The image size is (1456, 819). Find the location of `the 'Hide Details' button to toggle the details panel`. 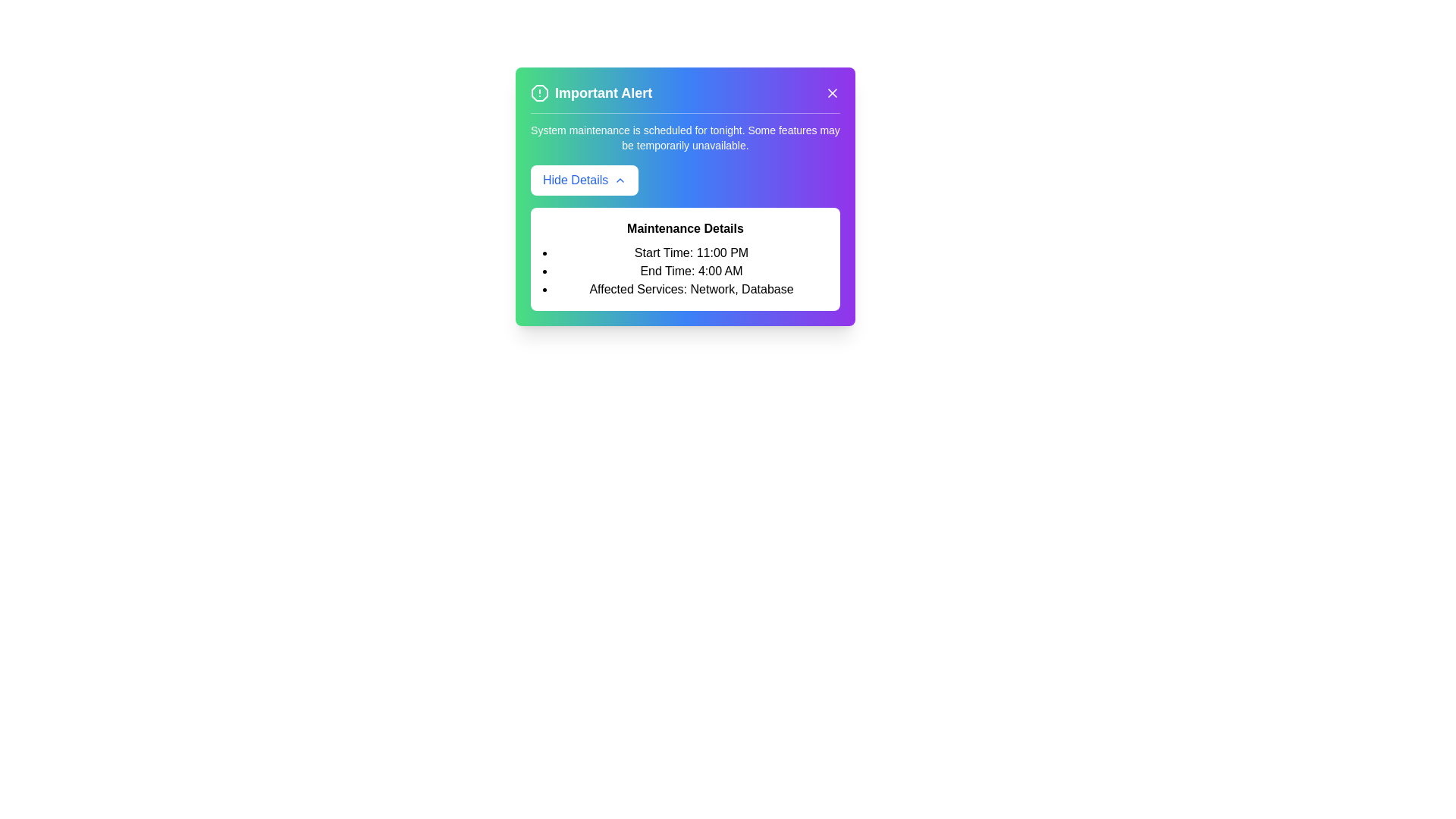

the 'Hide Details' button to toggle the details panel is located at coordinates (584, 180).